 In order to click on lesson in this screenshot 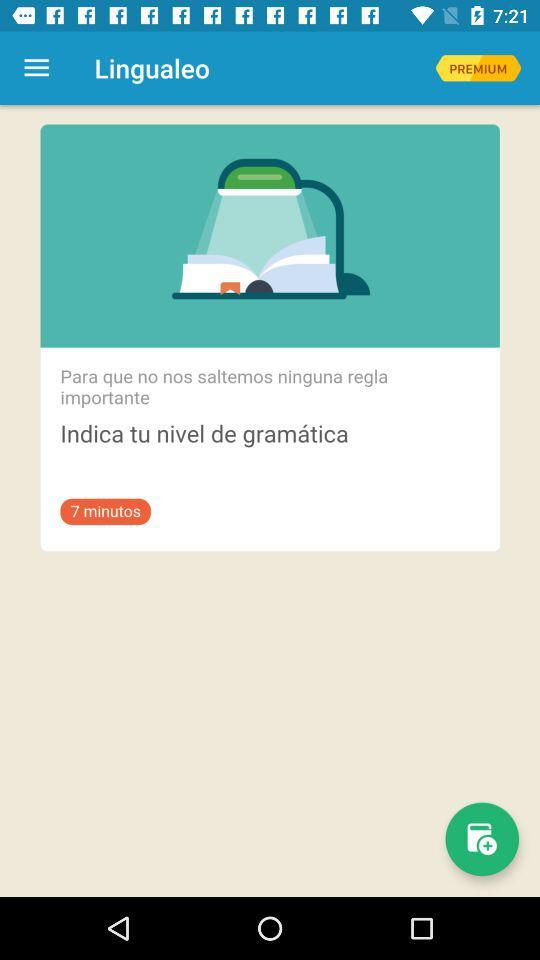, I will do `click(481, 839)`.